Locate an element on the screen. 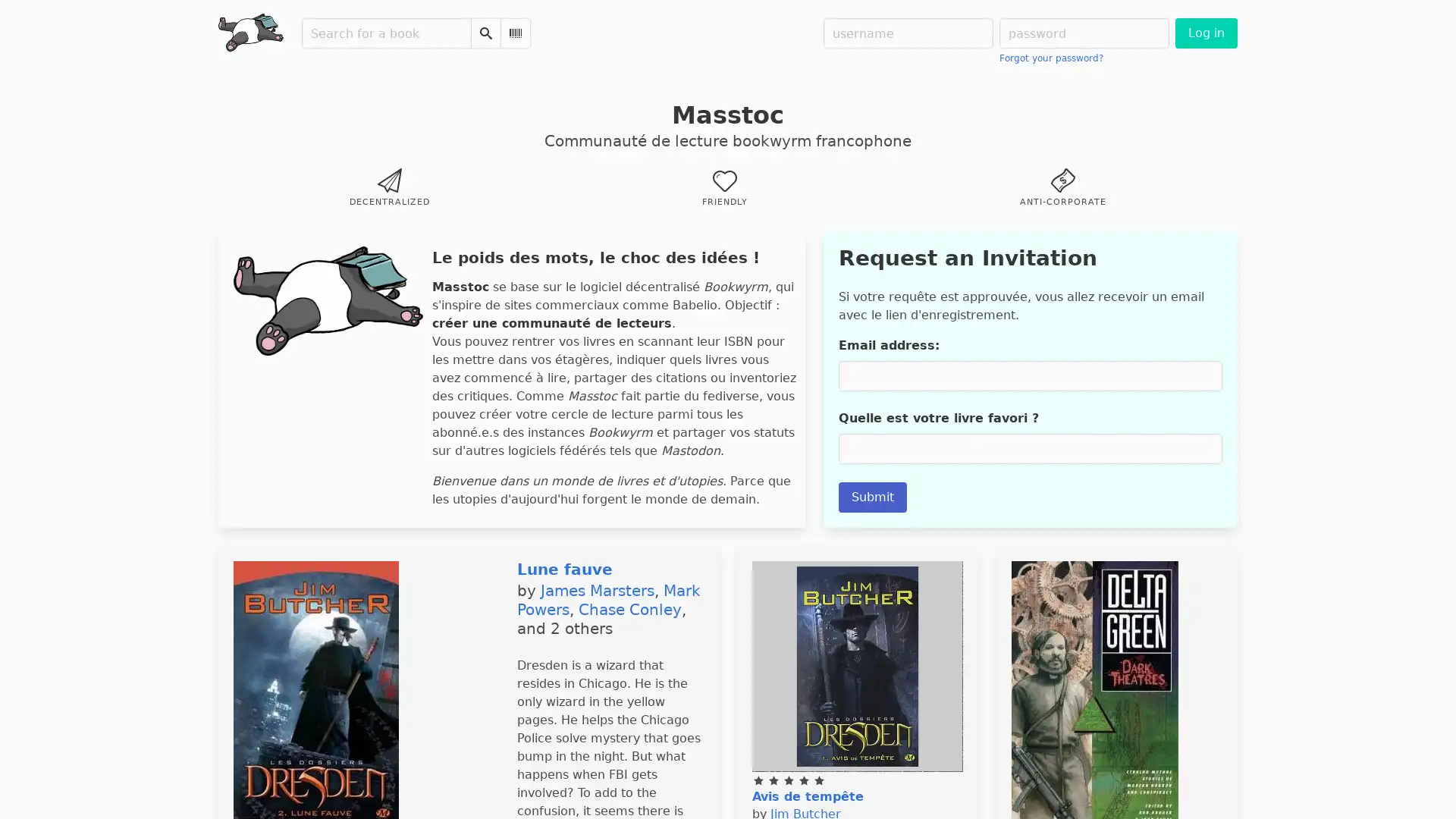  Log in is located at coordinates (1204, 33).